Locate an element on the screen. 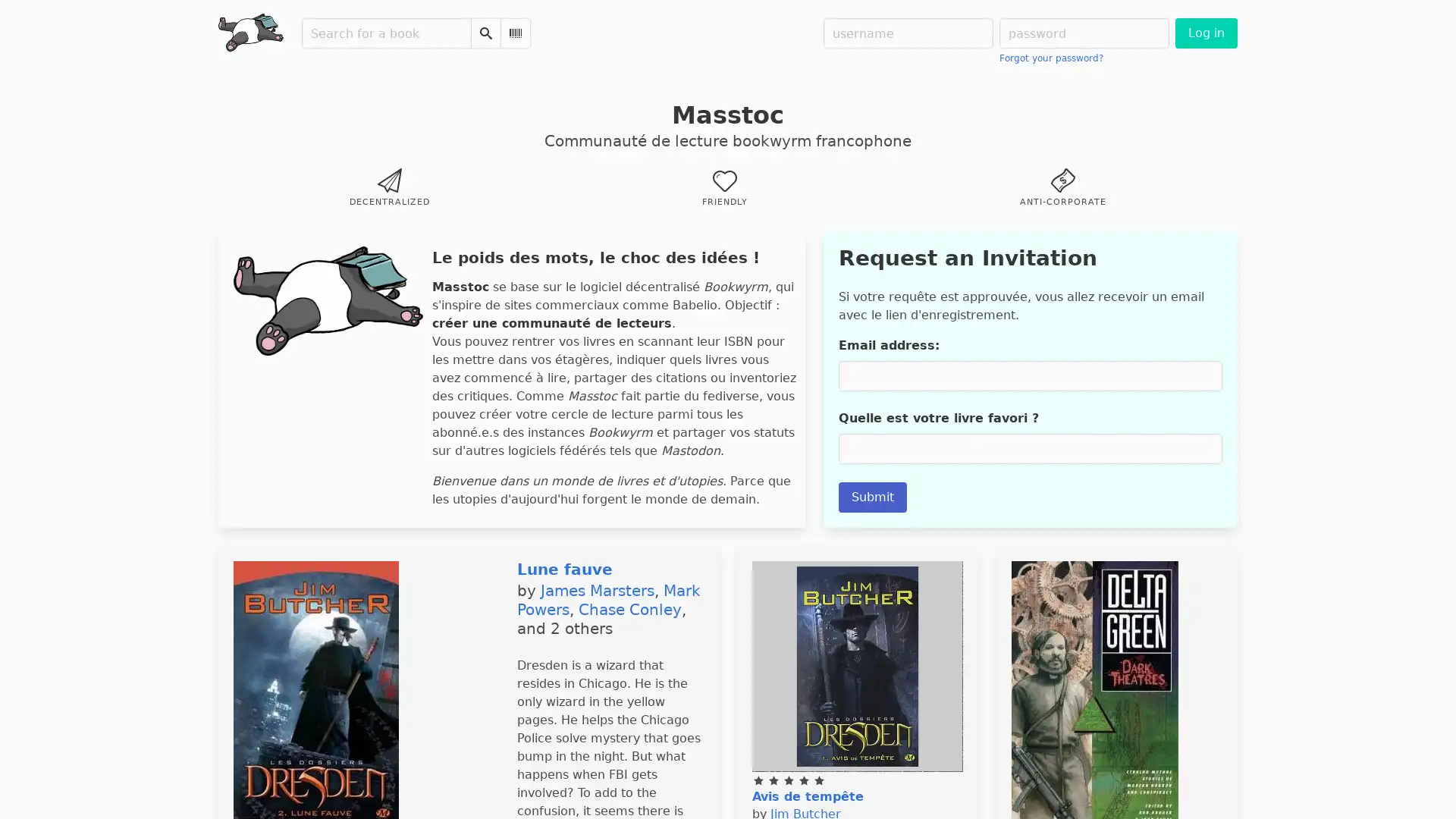  Log in is located at coordinates (1204, 33).